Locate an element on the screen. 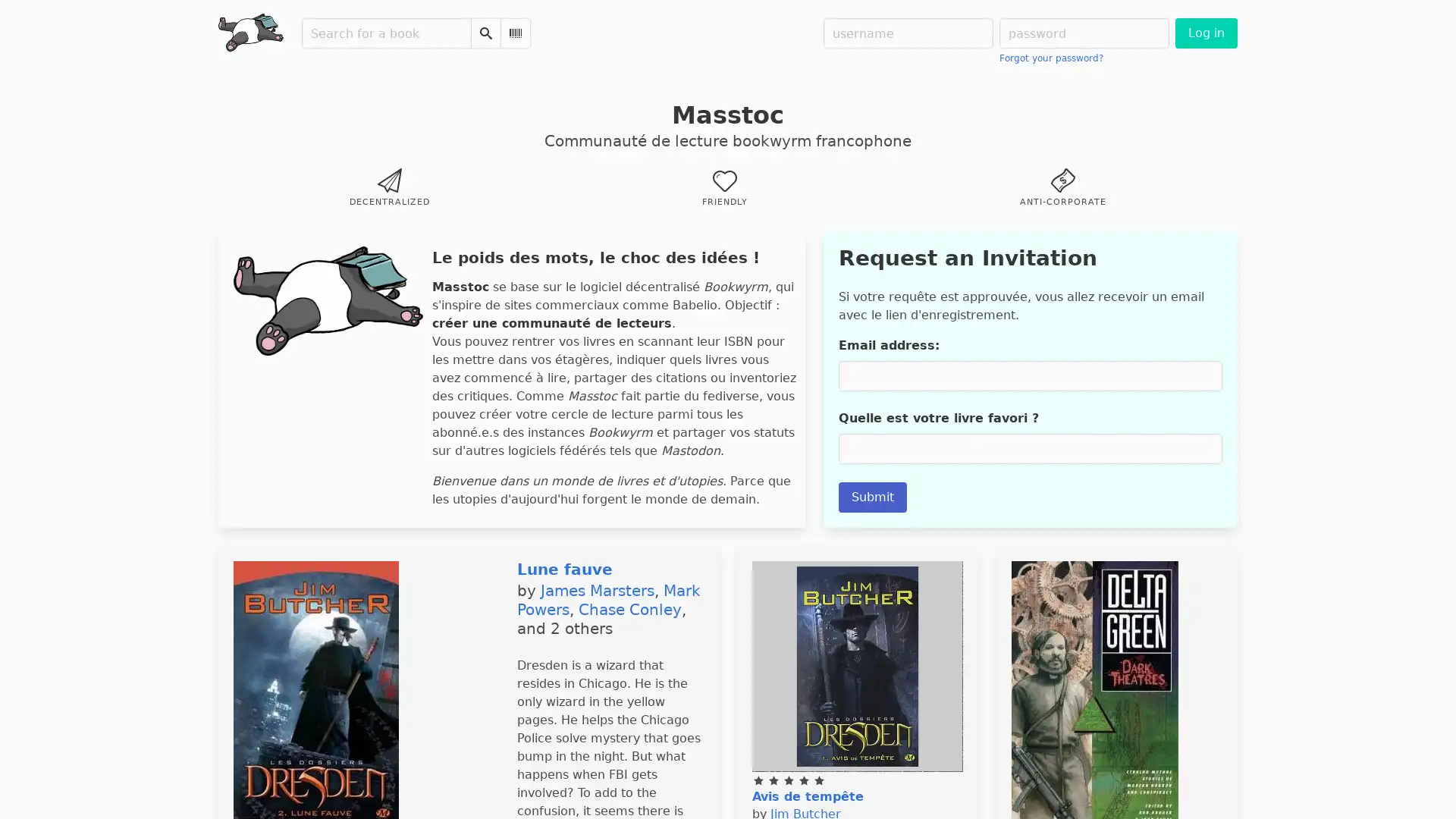  Log in is located at coordinates (1204, 33).